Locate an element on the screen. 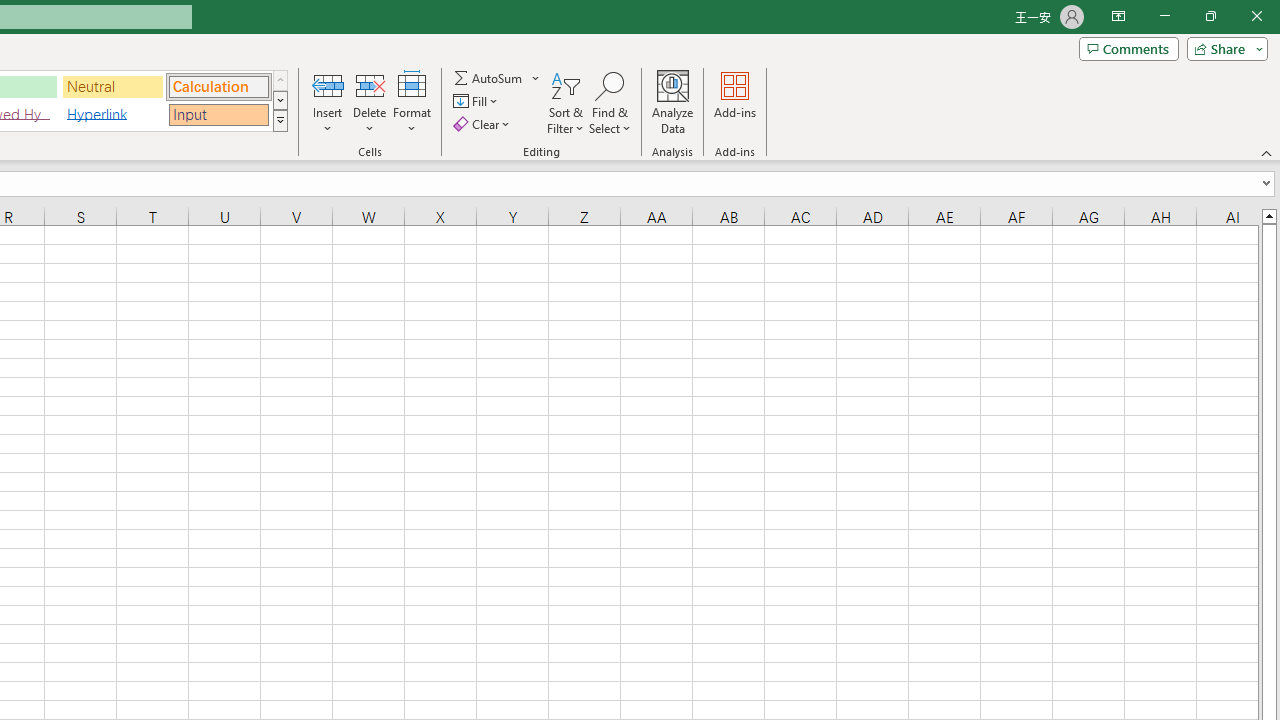 This screenshot has height=720, width=1280. 'Neutral' is located at coordinates (112, 85).